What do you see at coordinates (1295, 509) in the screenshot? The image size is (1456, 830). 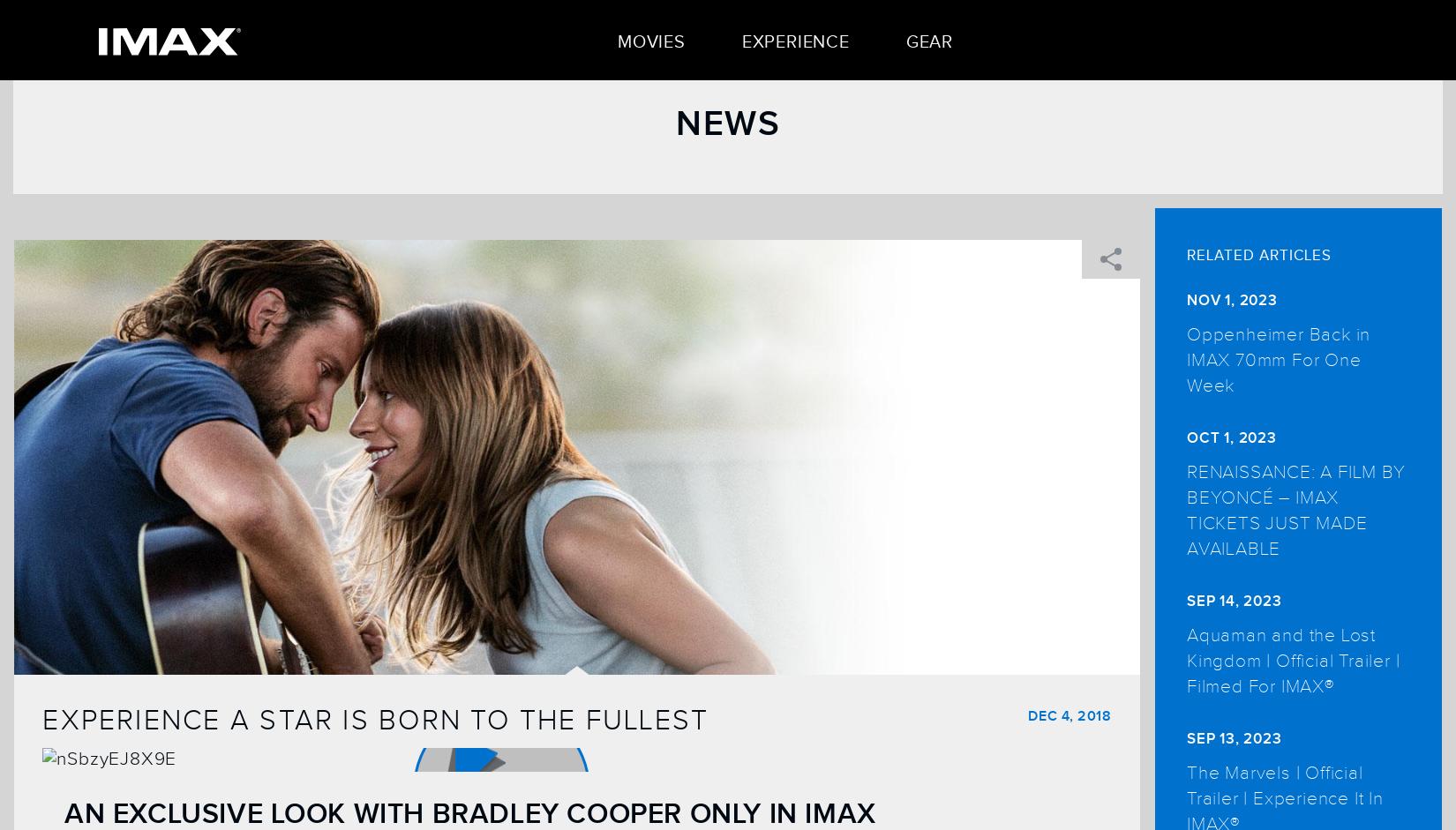 I see `'RENAISSANCE: A FILM BY BEYONCÉ – IMAX TICKETS JUST MADE AVAILABLE'` at bounding box center [1295, 509].